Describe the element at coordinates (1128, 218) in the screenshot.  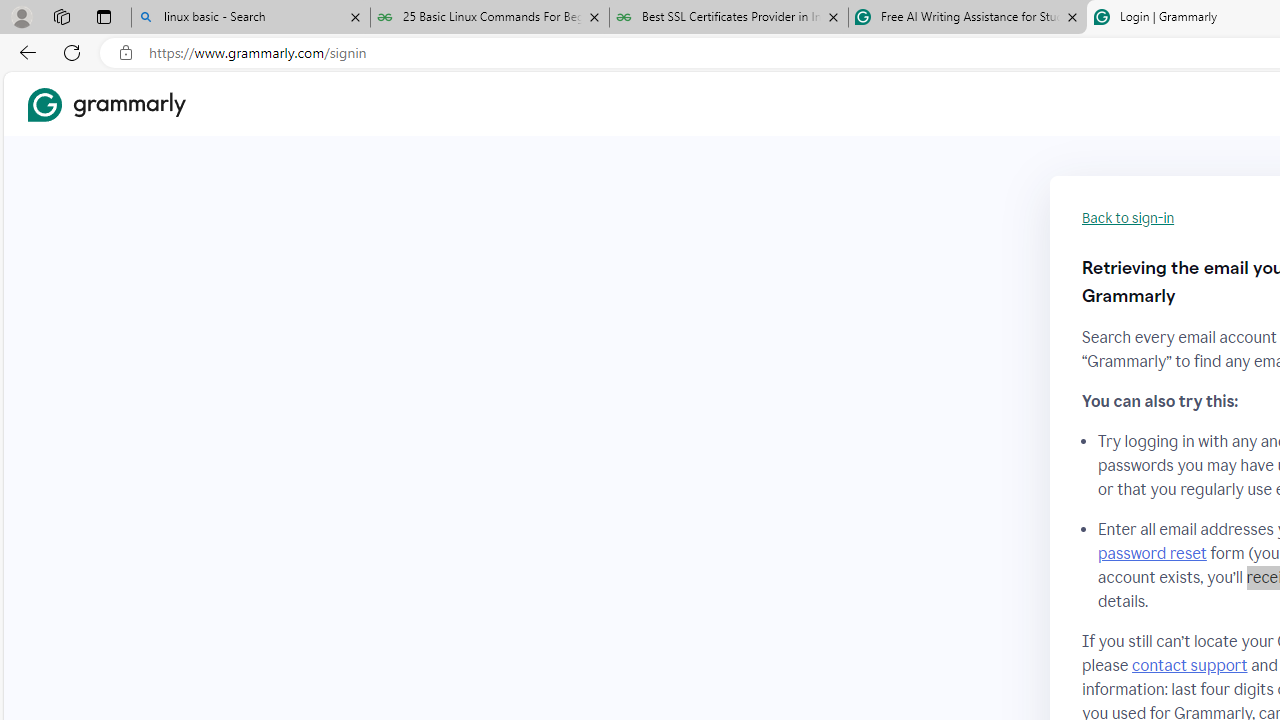
I see `'Back to sign-in'` at that location.